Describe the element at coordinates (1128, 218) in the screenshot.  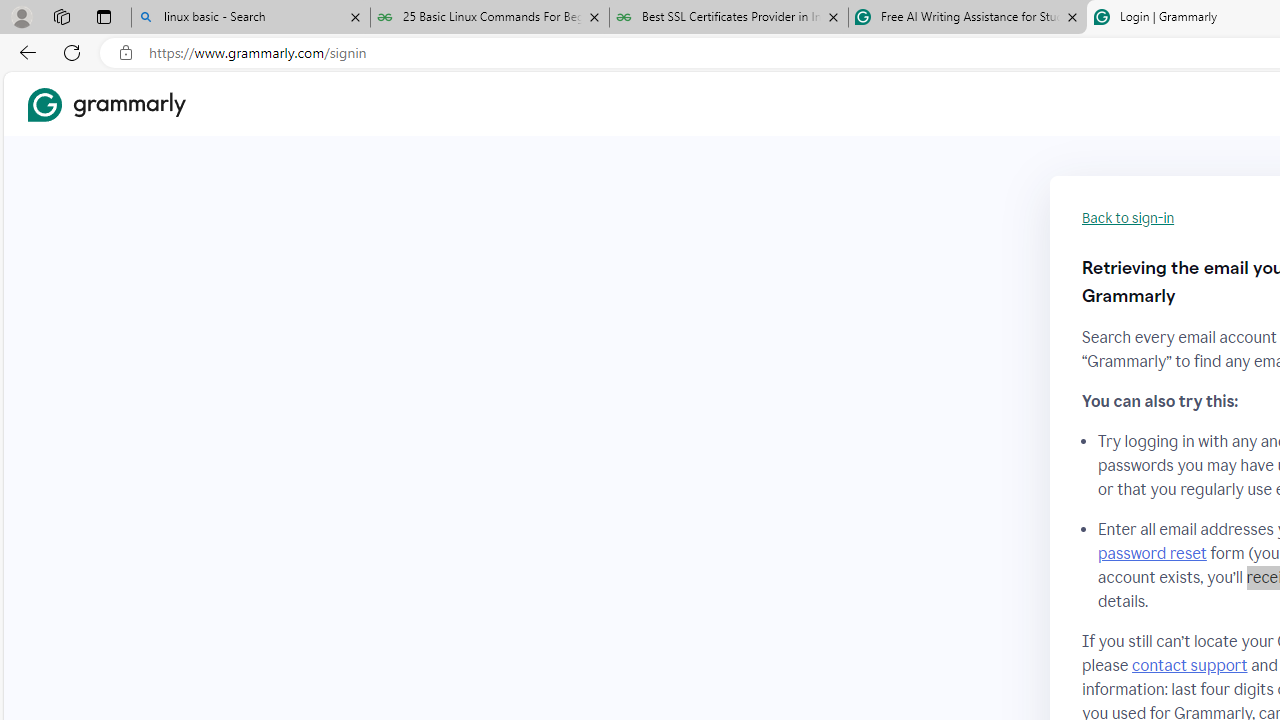
I see `'Back to sign-in'` at that location.